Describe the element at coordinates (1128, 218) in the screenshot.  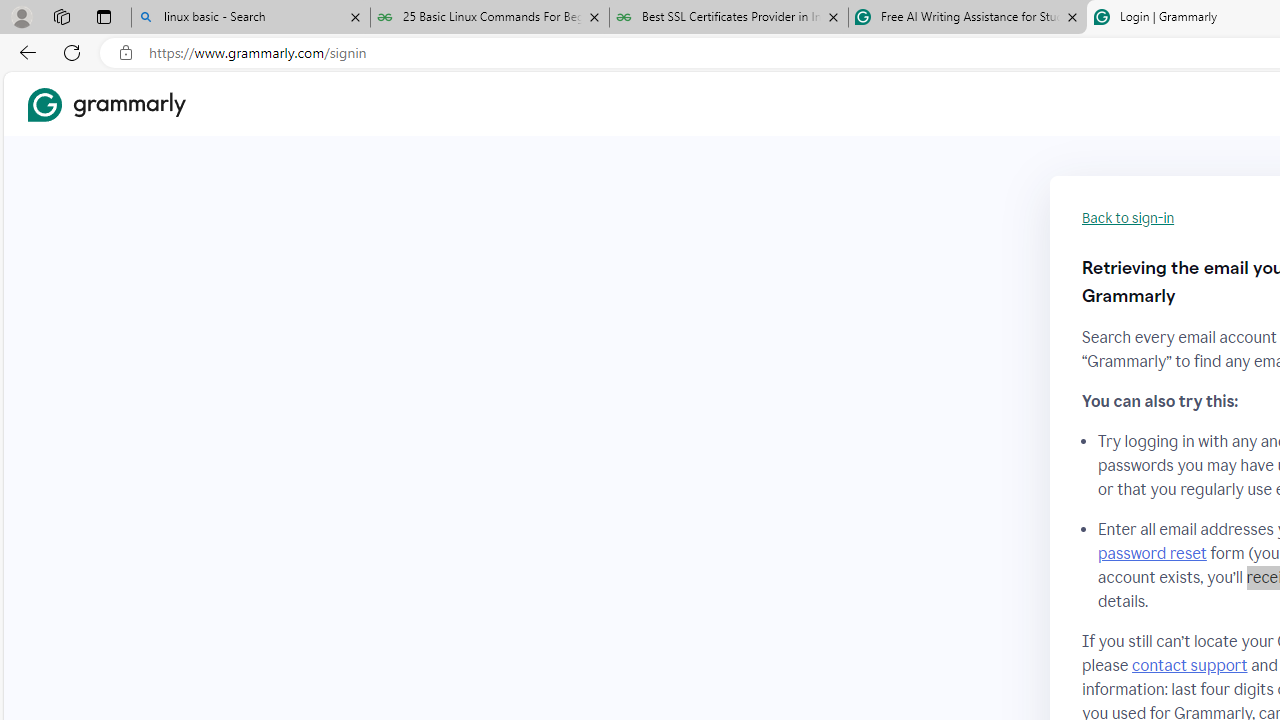
I see `'Back to sign-in'` at that location.